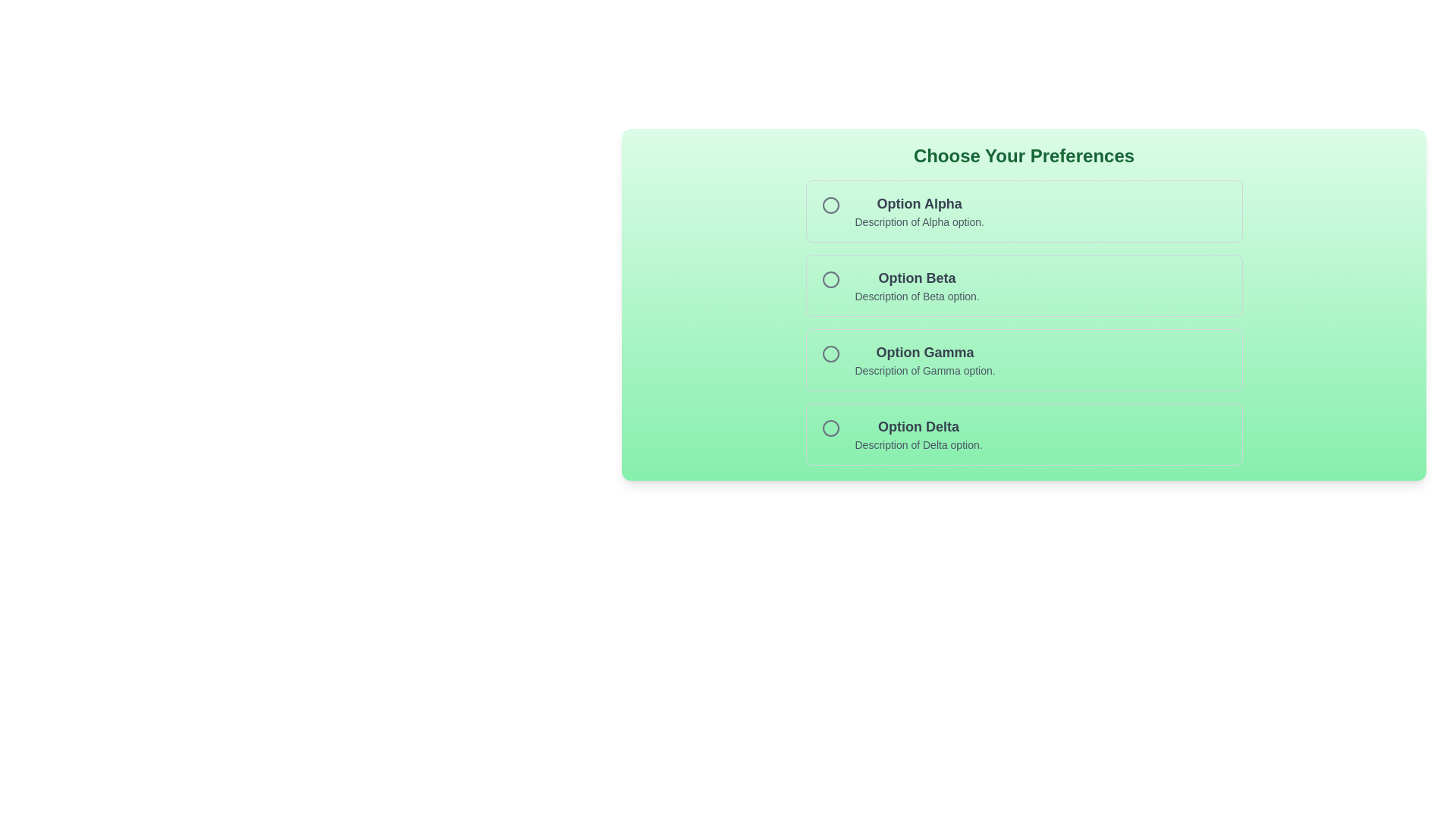 Image resolution: width=1456 pixels, height=819 pixels. I want to click on static text label located in the first option group under the heading 'Choose Your Preferences', positioned at the top-left section of the interface, so click(918, 203).